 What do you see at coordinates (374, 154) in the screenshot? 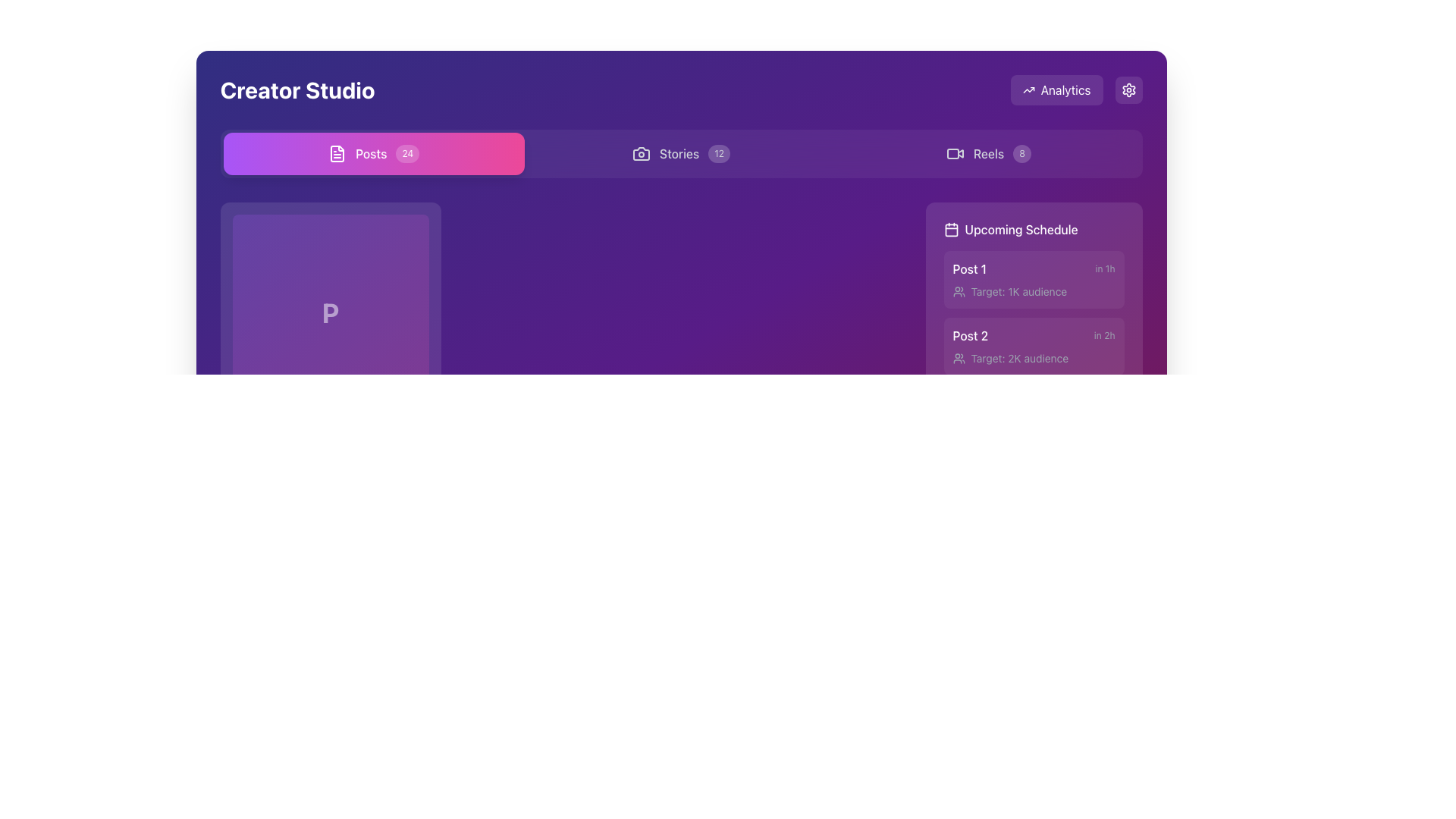
I see `the rectangular button labeled 'Posts' with a gradient background transitioning from purple to pink` at bounding box center [374, 154].